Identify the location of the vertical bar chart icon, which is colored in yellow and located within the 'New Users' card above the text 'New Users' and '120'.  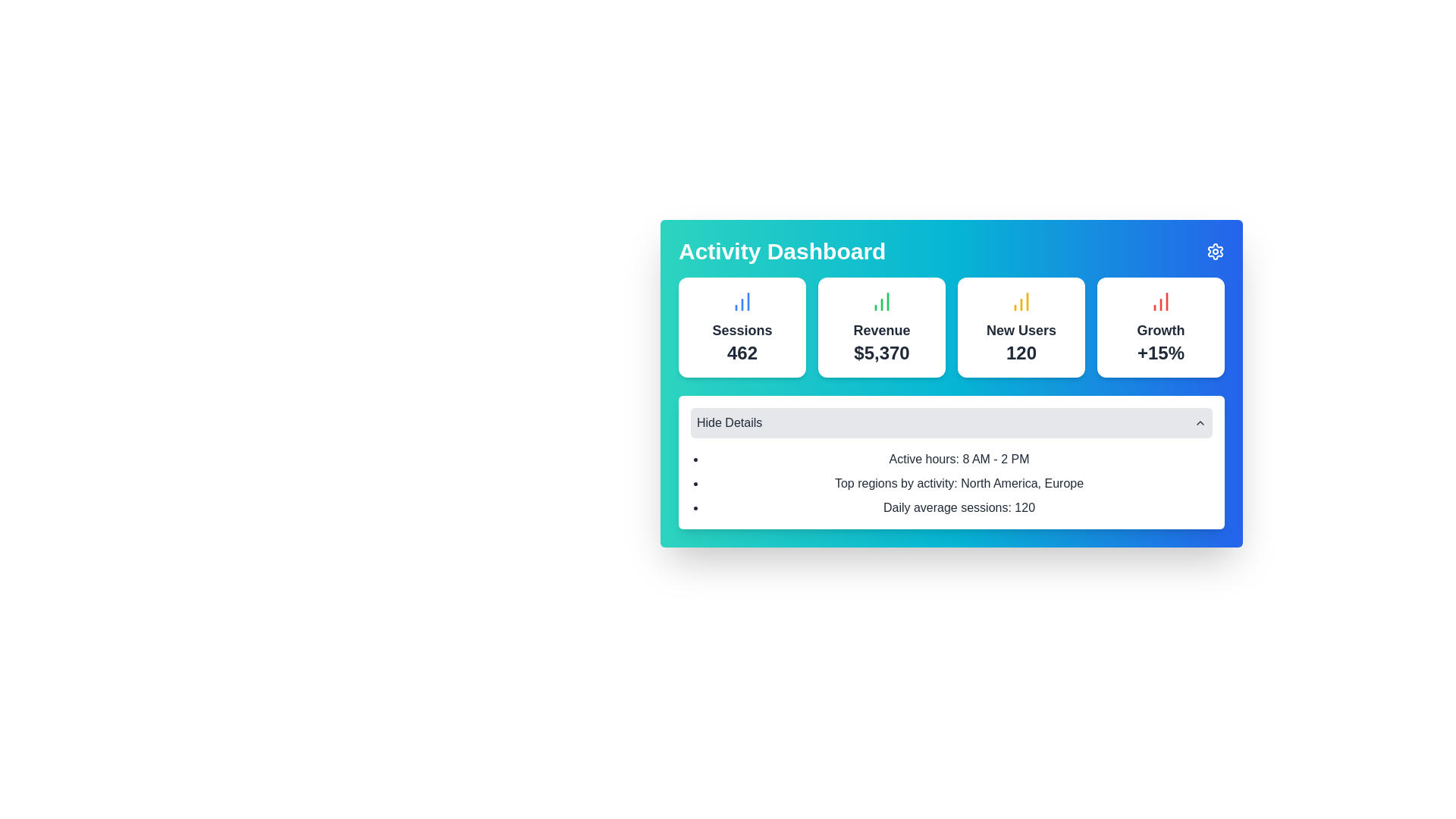
(1021, 301).